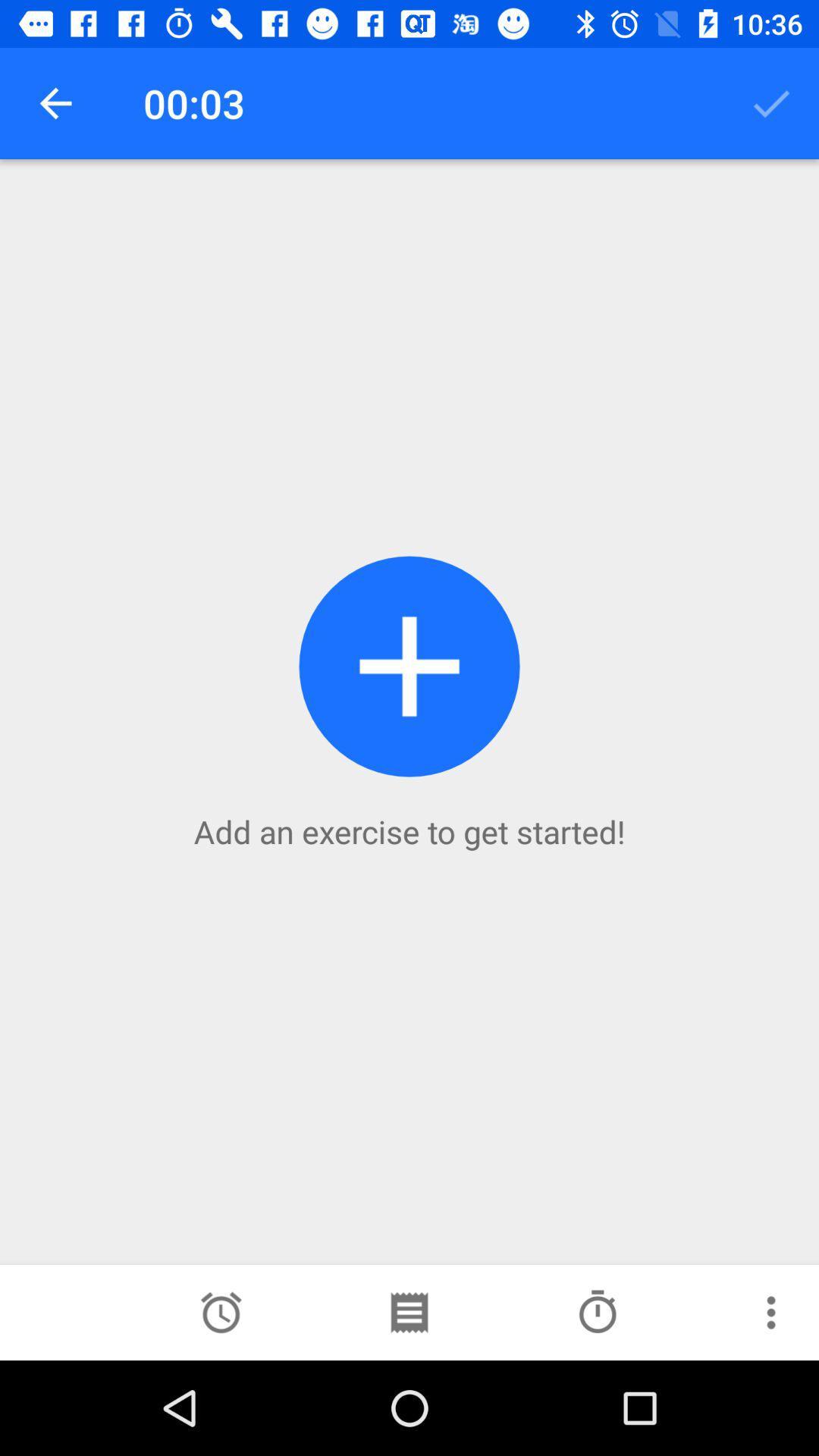 The height and width of the screenshot is (1456, 819). What do you see at coordinates (221, 1312) in the screenshot?
I see `icon below add an exercise item` at bounding box center [221, 1312].